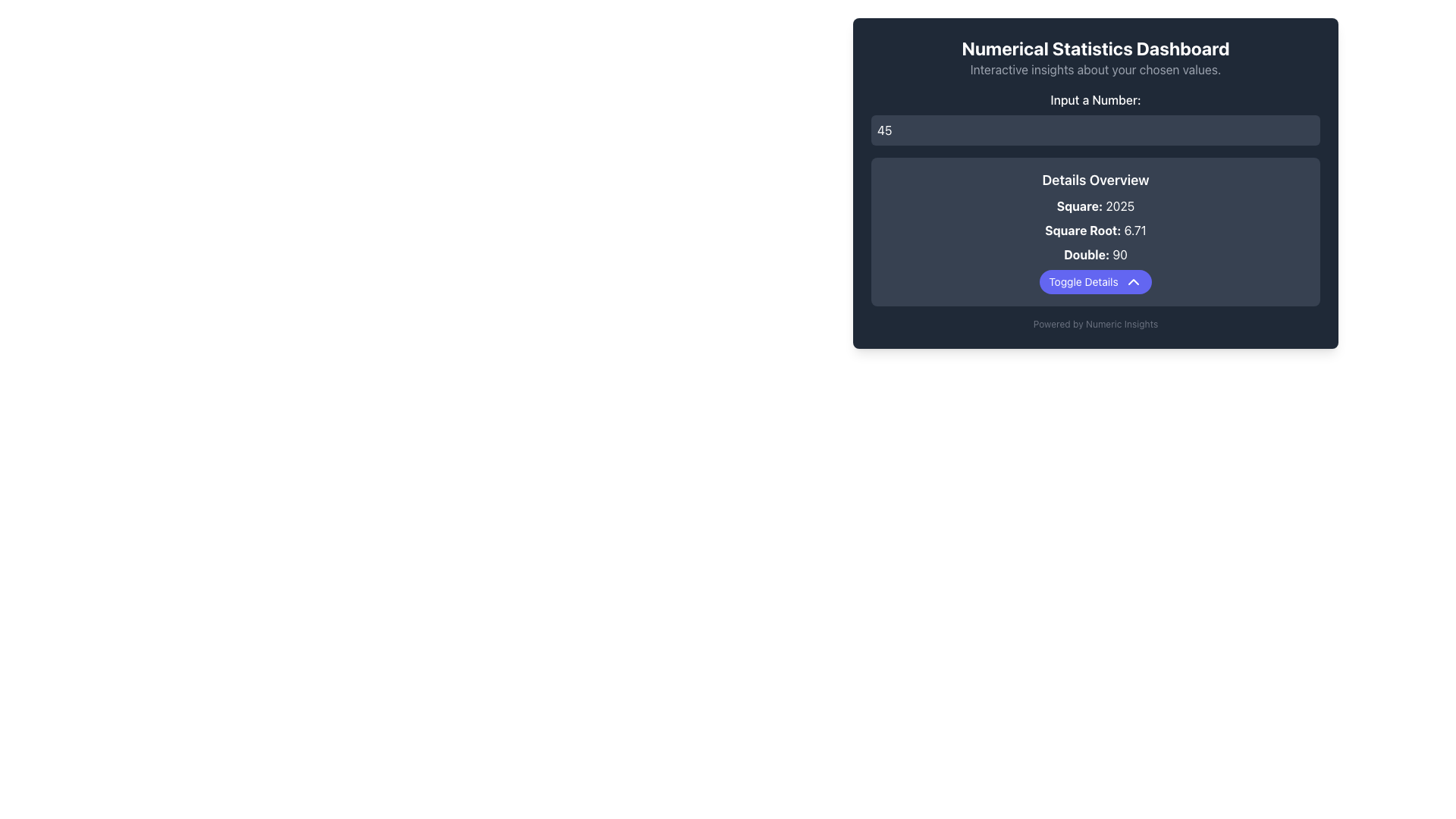  What do you see at coordinates (1095, 48) in the screenshot?
I see `the text label that reads 'Numerical Statistics Dashboard', which is styled in bold and large font, located at the top-center of the dashboard interface` at bounding box center [1095, 48].